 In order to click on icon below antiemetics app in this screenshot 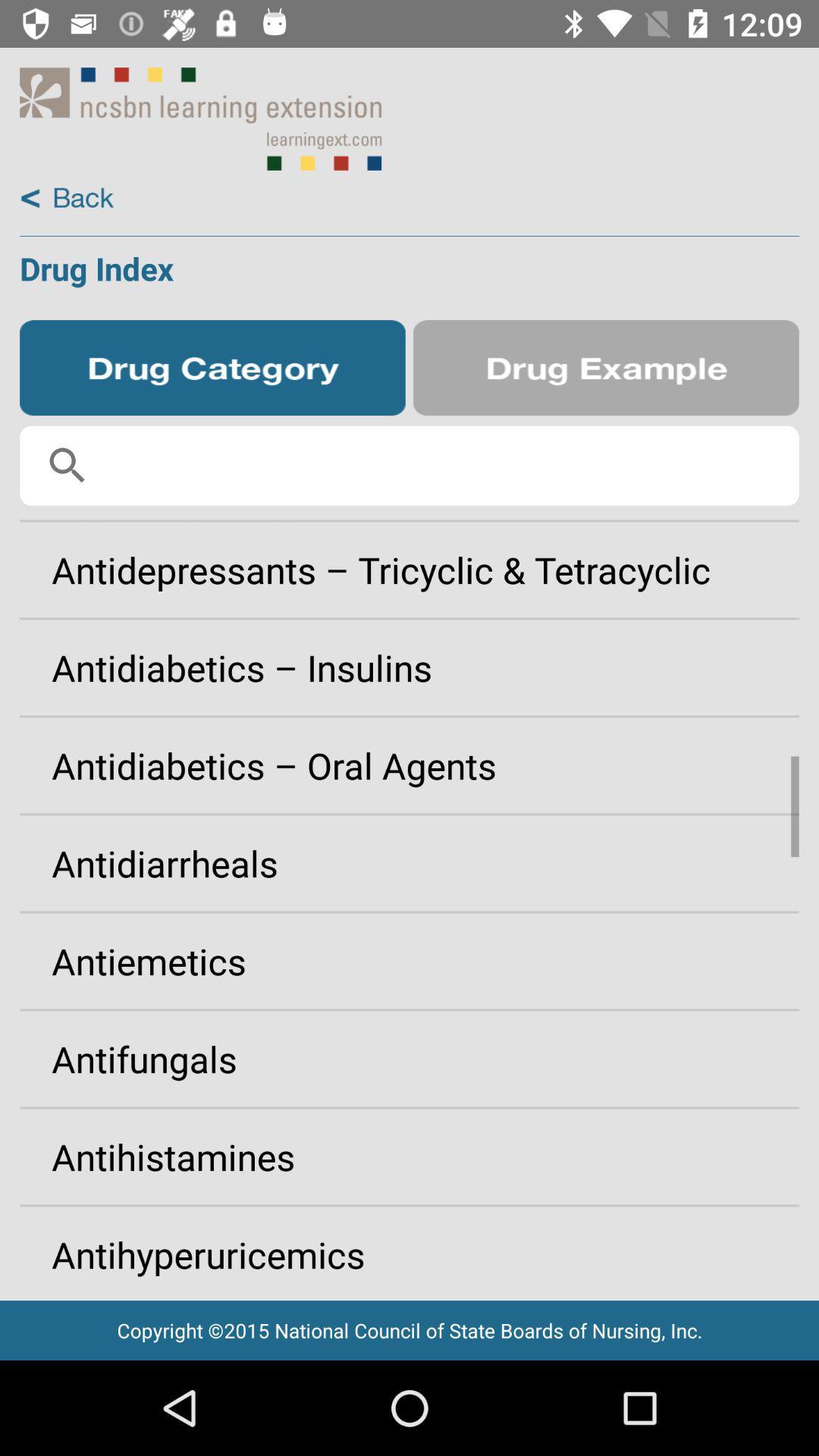, I will do `click(409, 1058)`.